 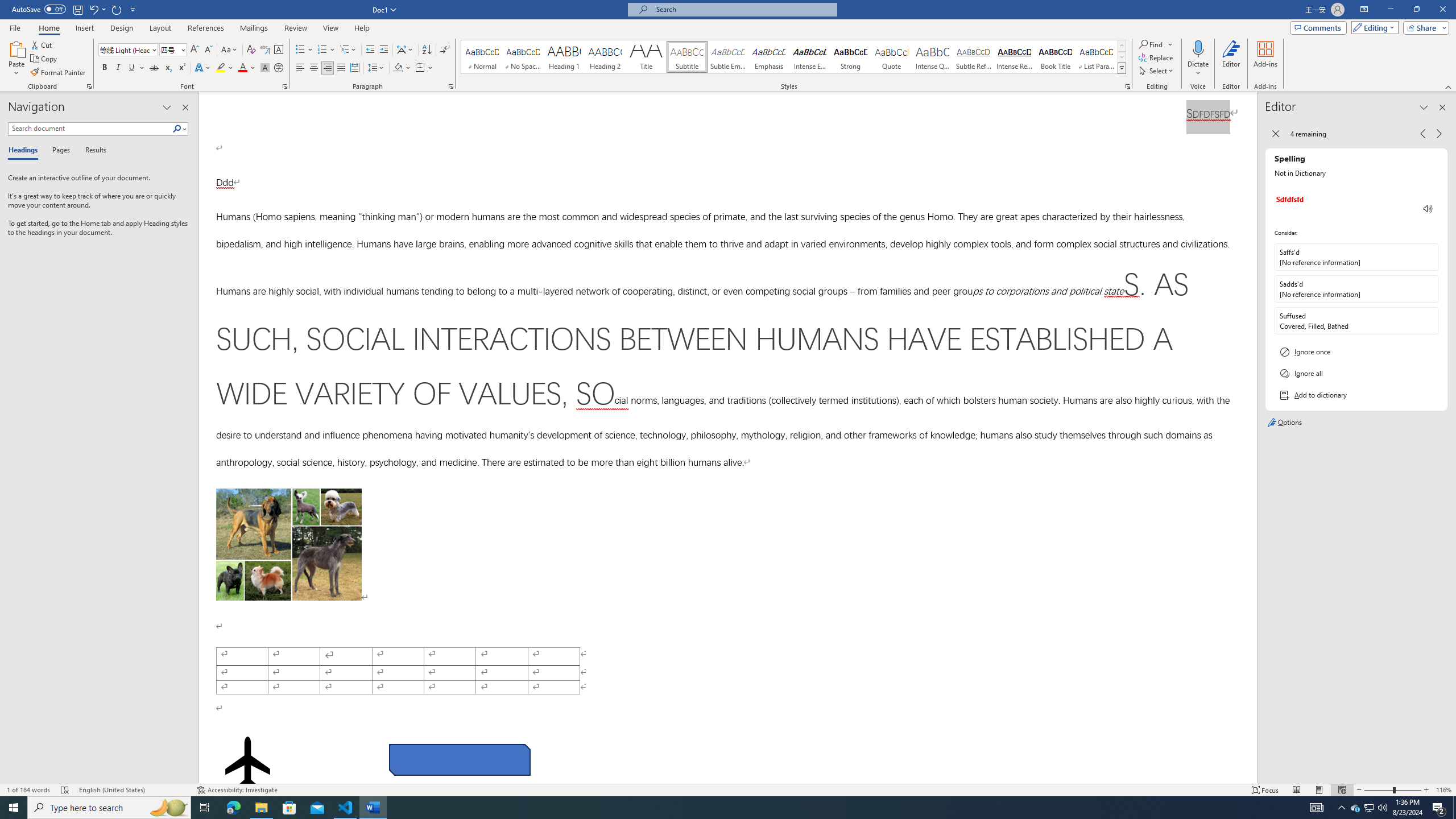 What do you see at coordinates (58, 72) in the screenshot?
I see `'Format Painter'` at bounding box center [58, 72].